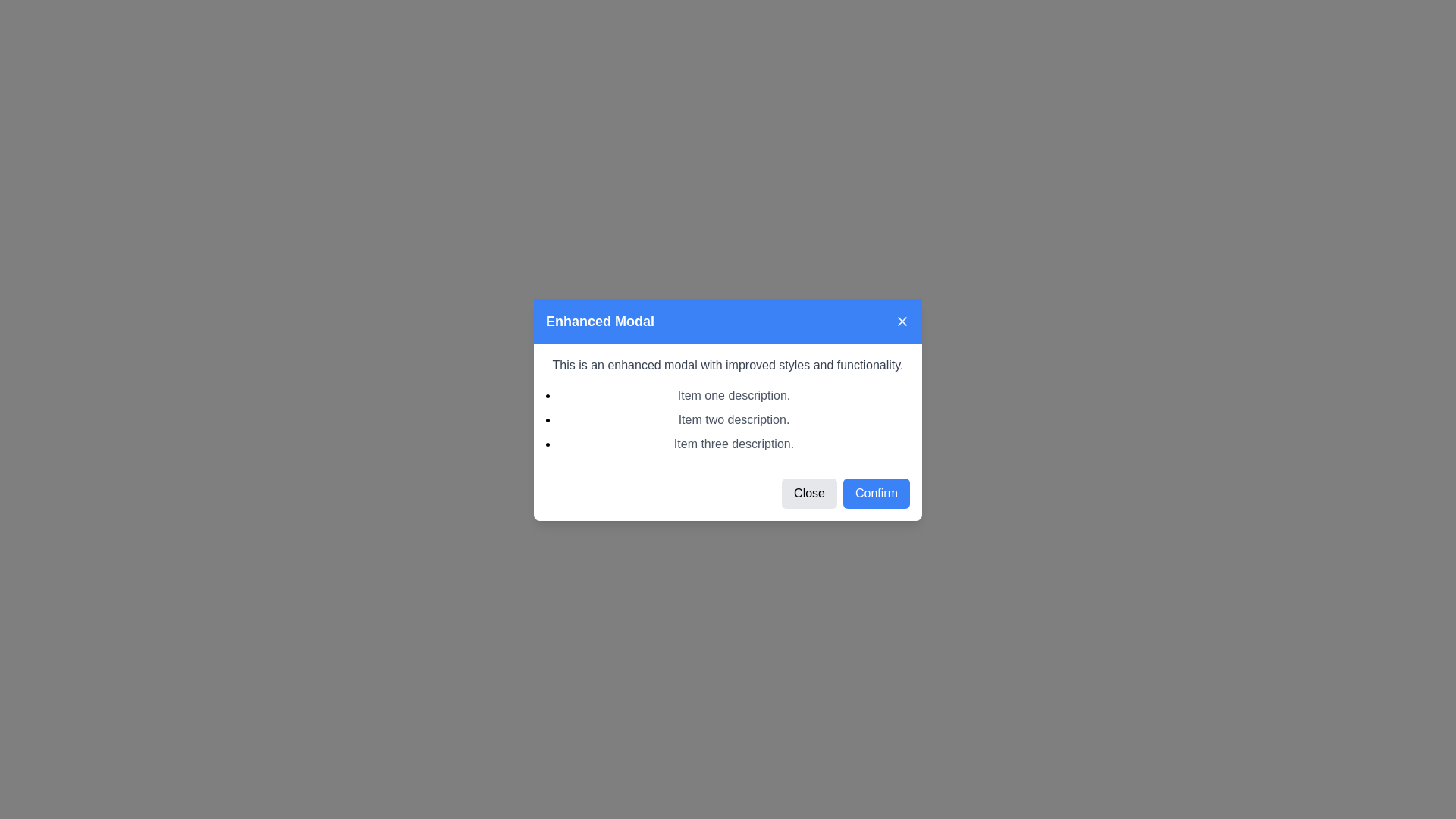 The width and height of the screenshot is (1456, 819). Describe the element at coordinates (902, 320) in the screenshot. I see `the Close button icon located on the far-right side of the blue header bar labeled 'Enhanced Modal'` at that location.